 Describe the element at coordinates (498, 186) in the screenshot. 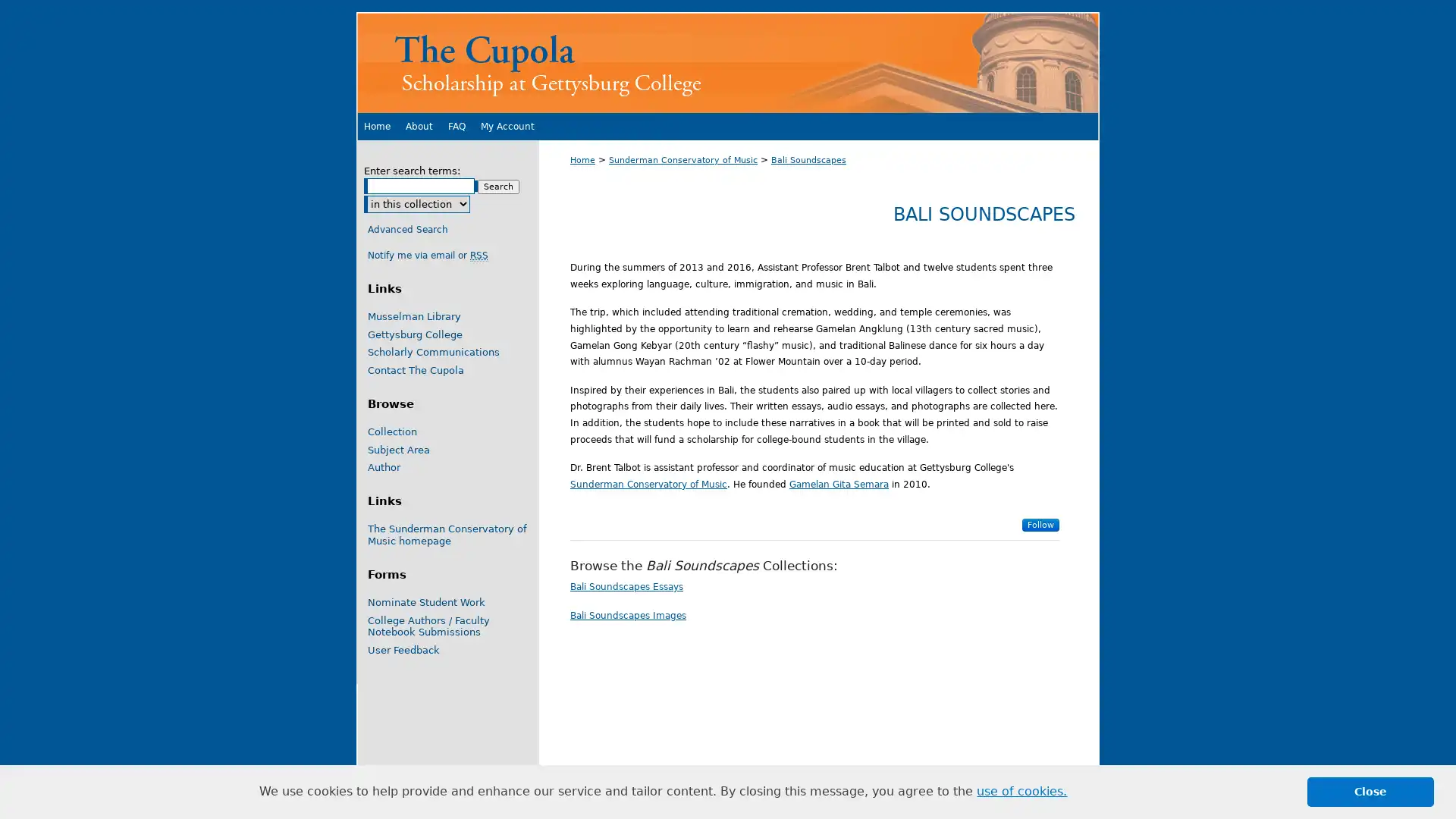

I see `Search` at that location.